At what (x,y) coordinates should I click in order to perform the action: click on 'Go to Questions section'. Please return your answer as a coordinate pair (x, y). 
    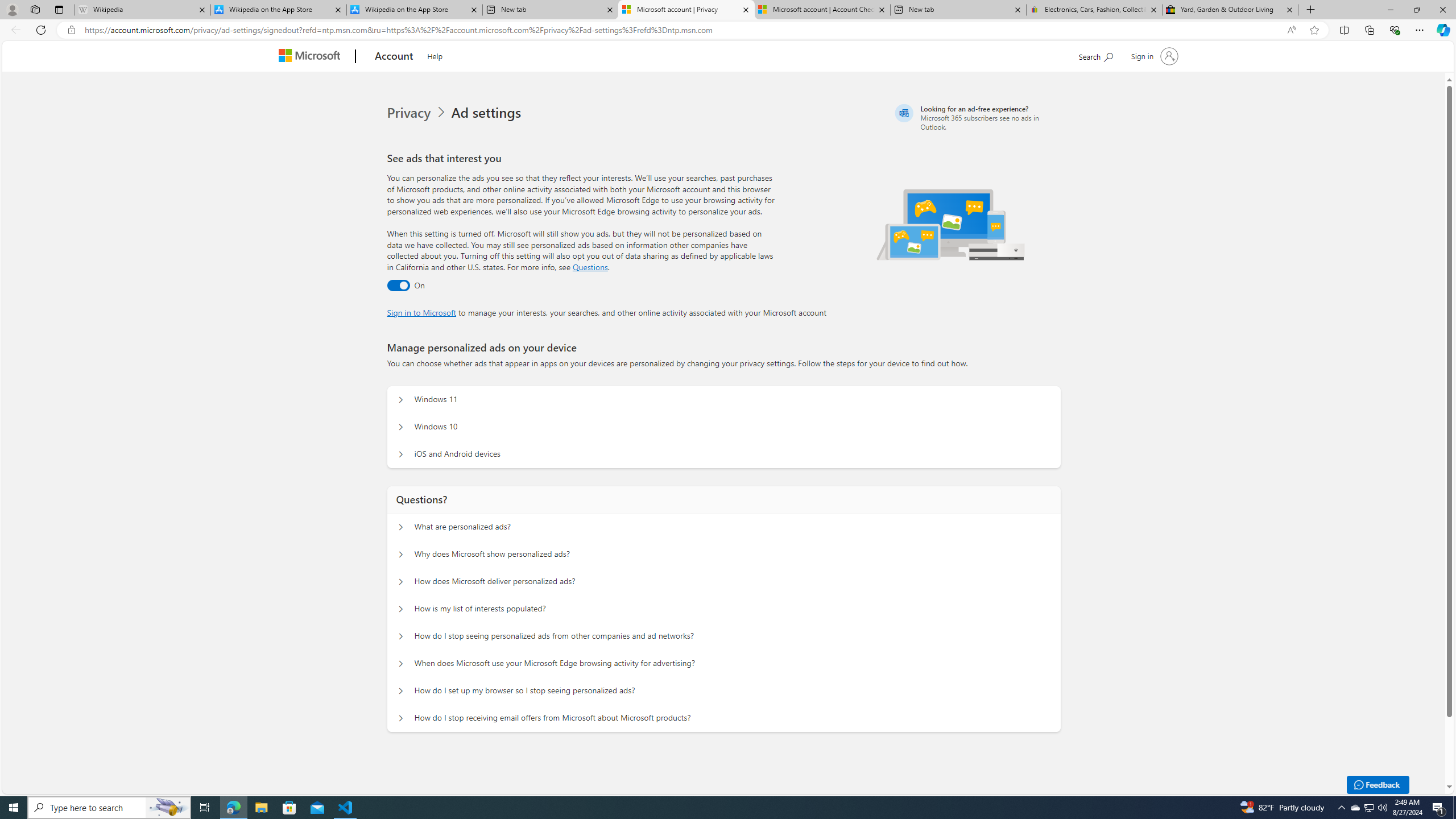
    Looking at the image, I should click on (590, 266).